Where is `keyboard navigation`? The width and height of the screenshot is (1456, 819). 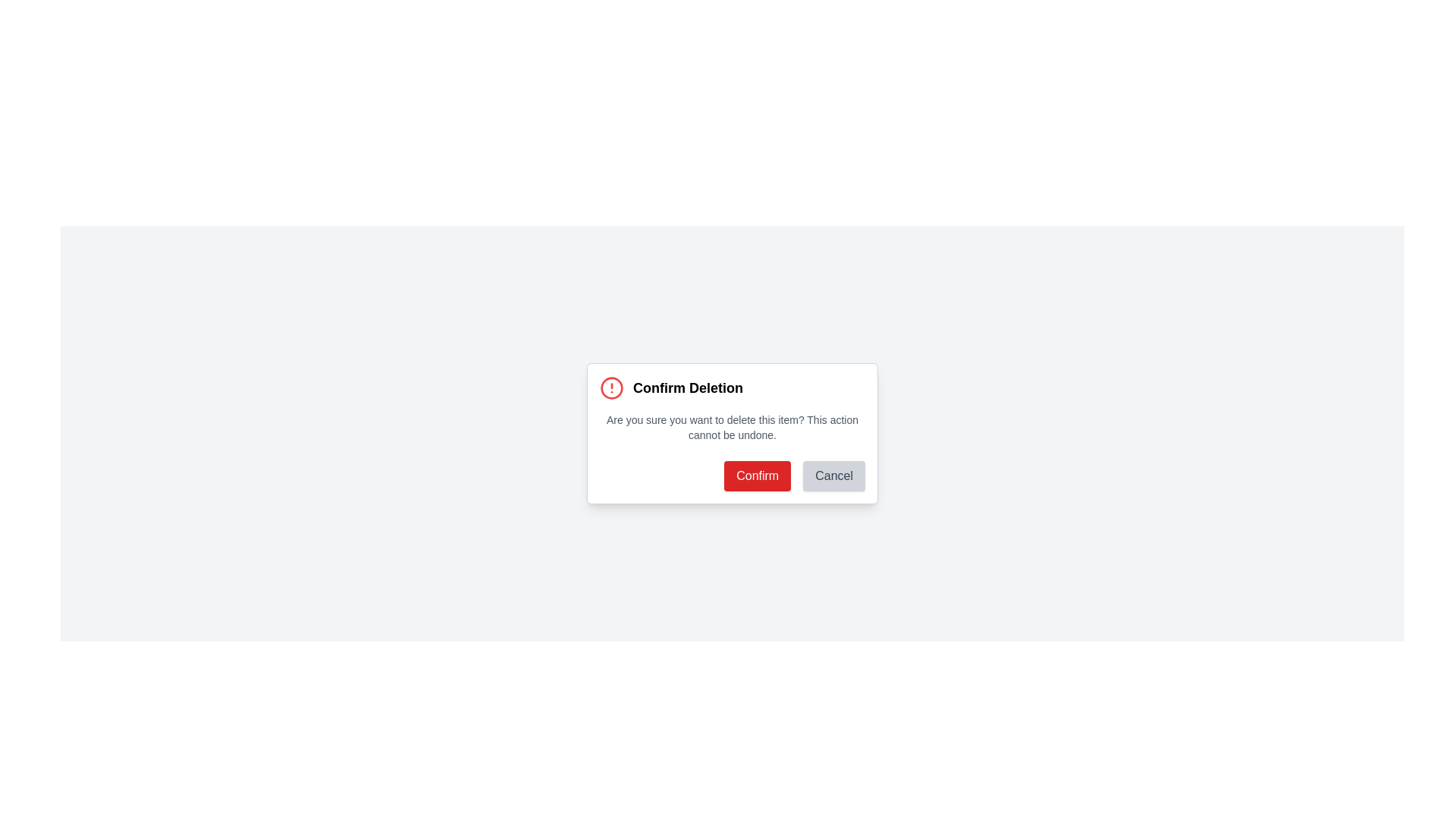
keyboard navigation is located at coordinates (732, 475).